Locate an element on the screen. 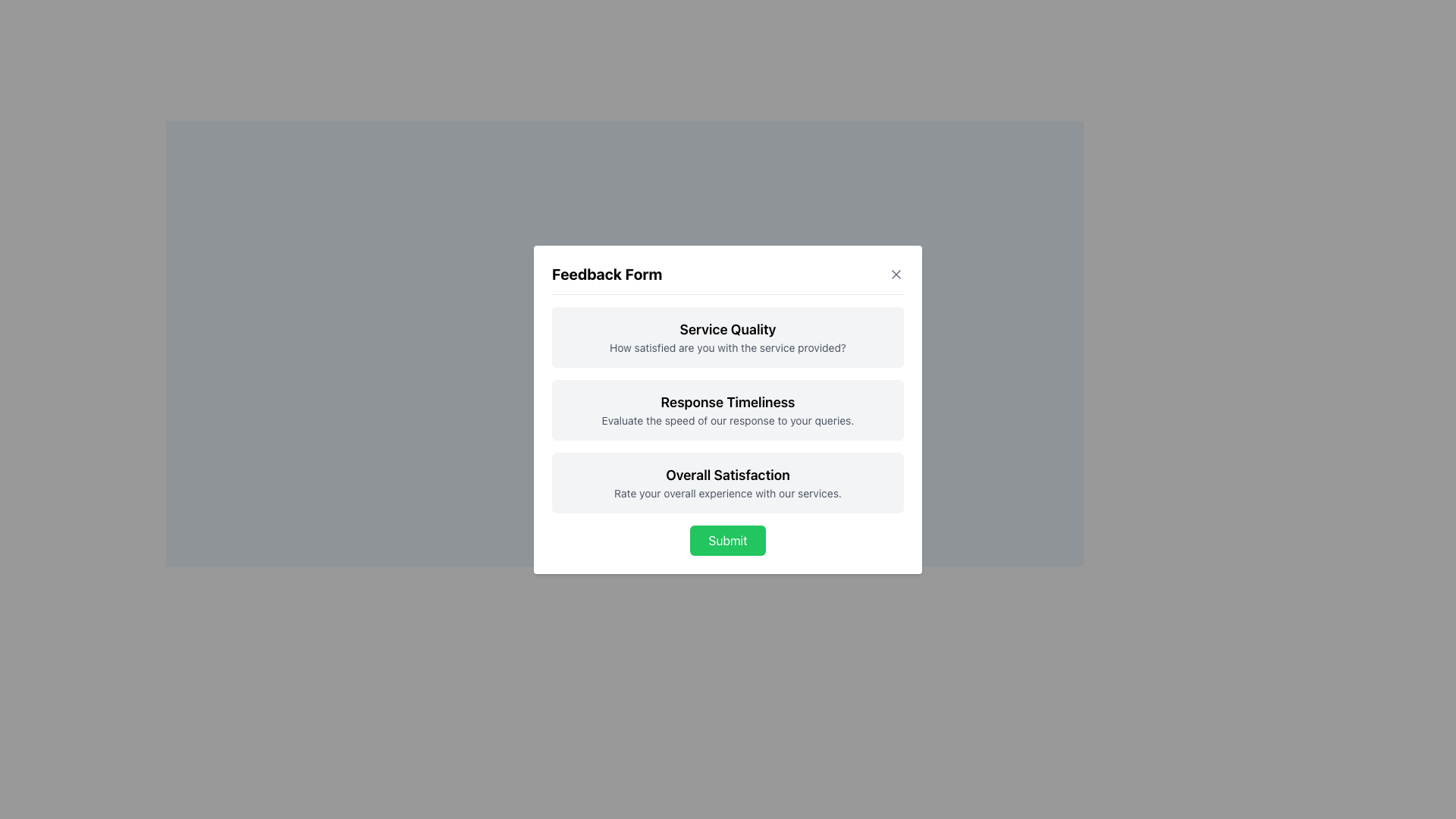  the 'Response Timeliness' text label, which is a bold and prominently styled element located centrally in the feedback form, positioned between 'Service Quality' and 'Overall Satisfaction.' is located at coordinates (728, 400).